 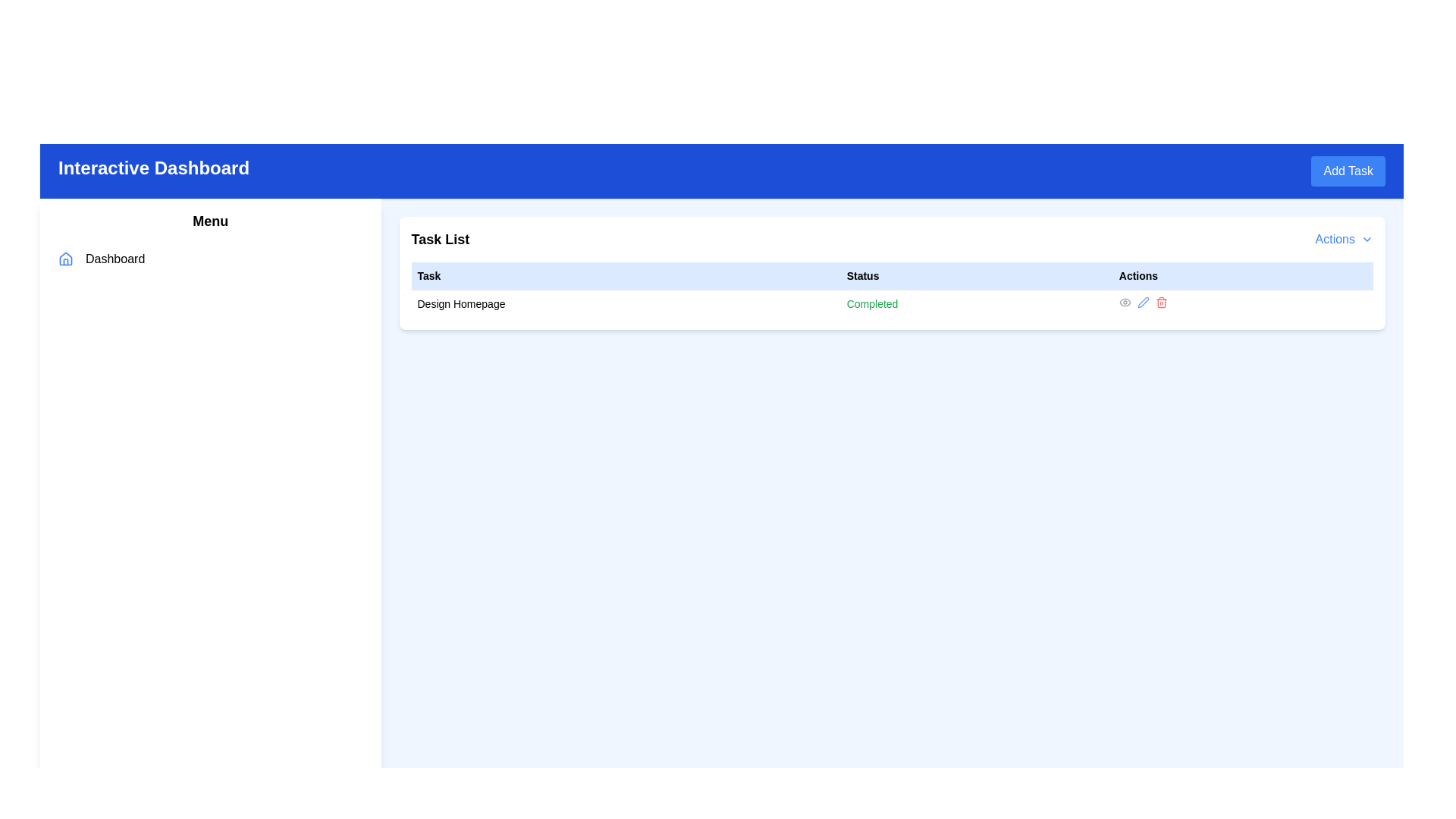 I want to click on the 'Interactive Dashboard' text header, which is bold and white on a blue background, located towards the top left of the application interface, so click(x=154, y=171).